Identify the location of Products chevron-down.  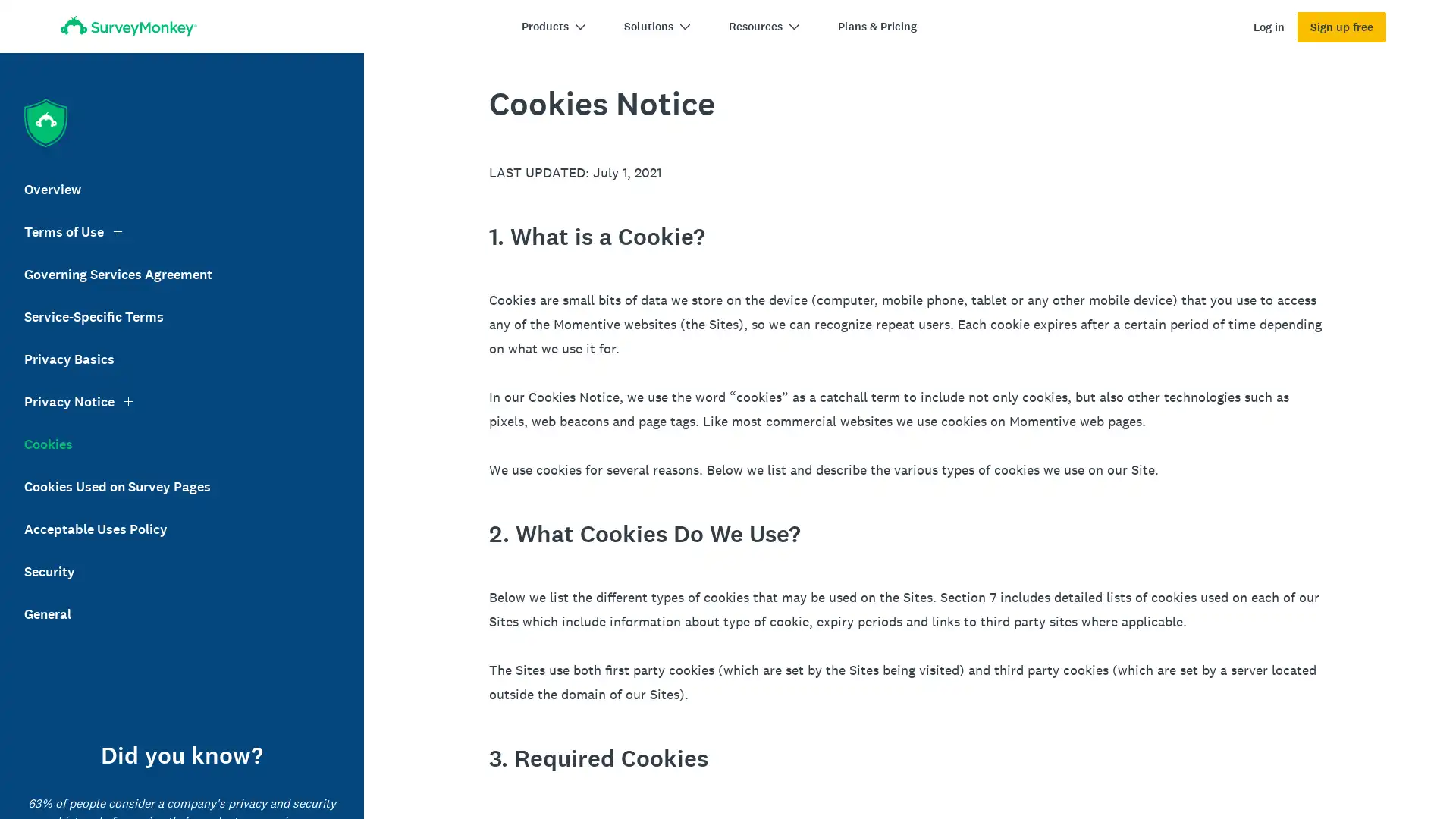
(552, 26).